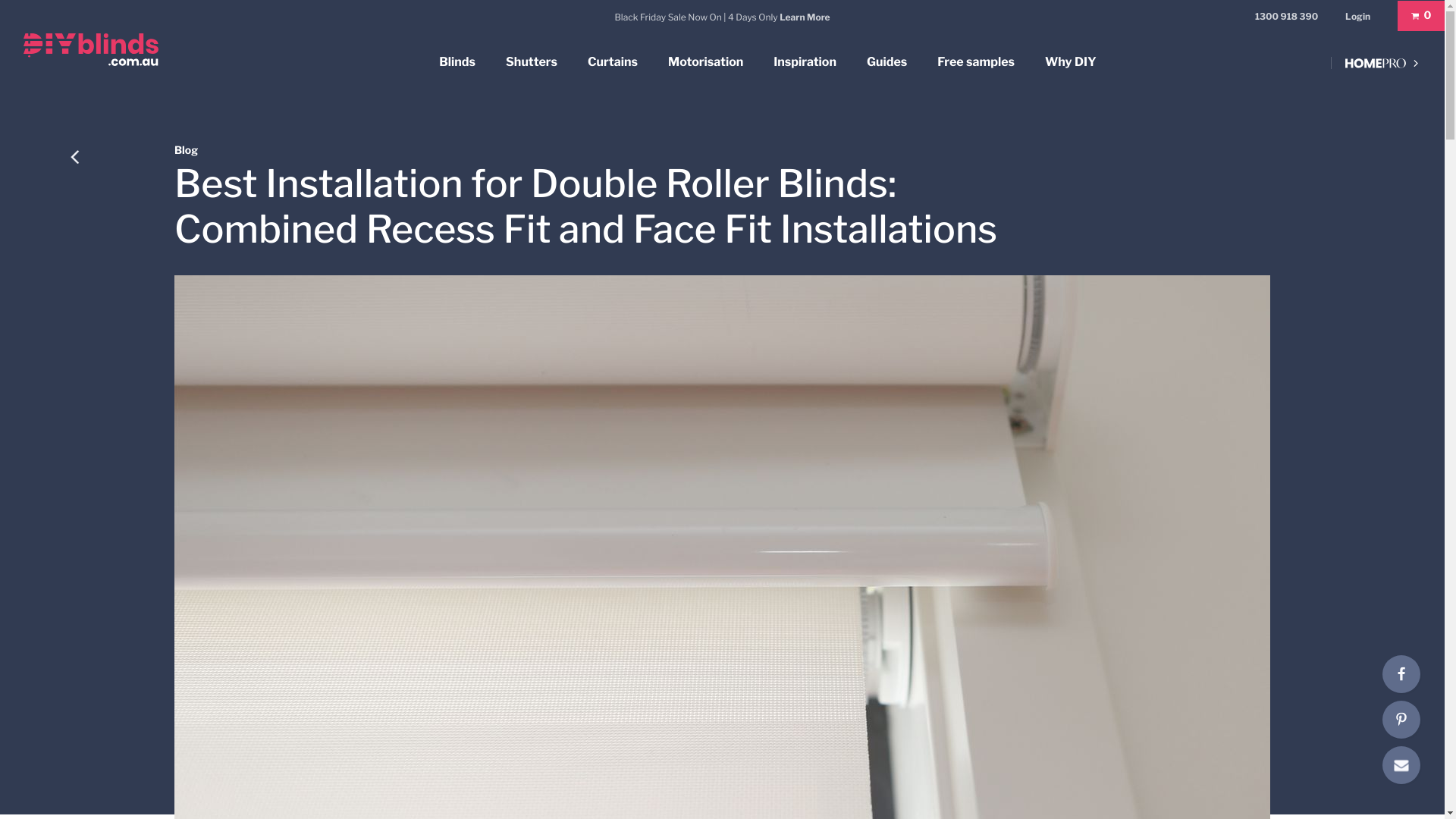 Image resolution: width=1456 pixels, height=819 pixels. I want to click on 'E-mail', so click(1401, 765).